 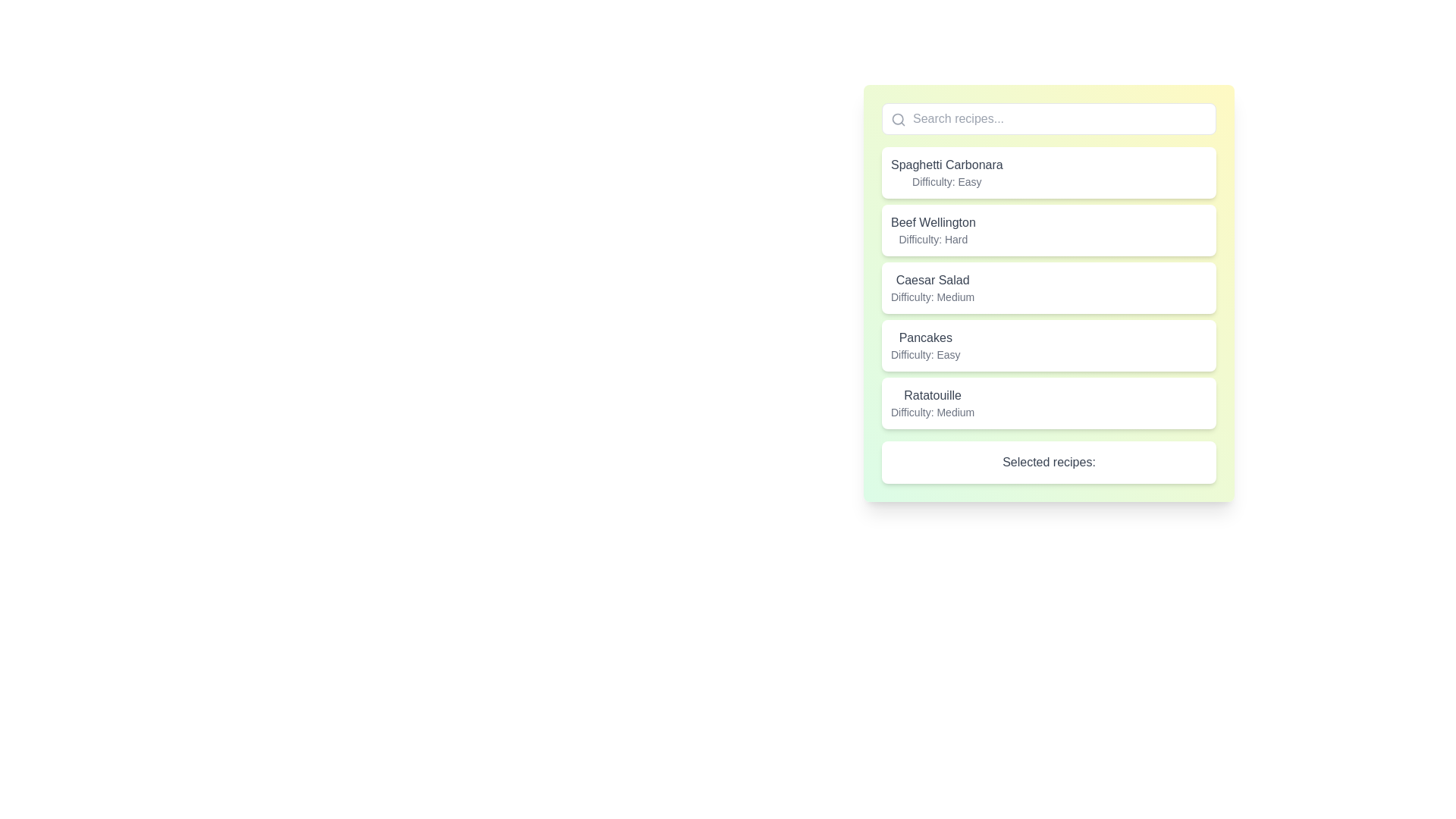 I want to click on the text label displaying 'Ratatouille' to read it, so click(x=932, y=394).